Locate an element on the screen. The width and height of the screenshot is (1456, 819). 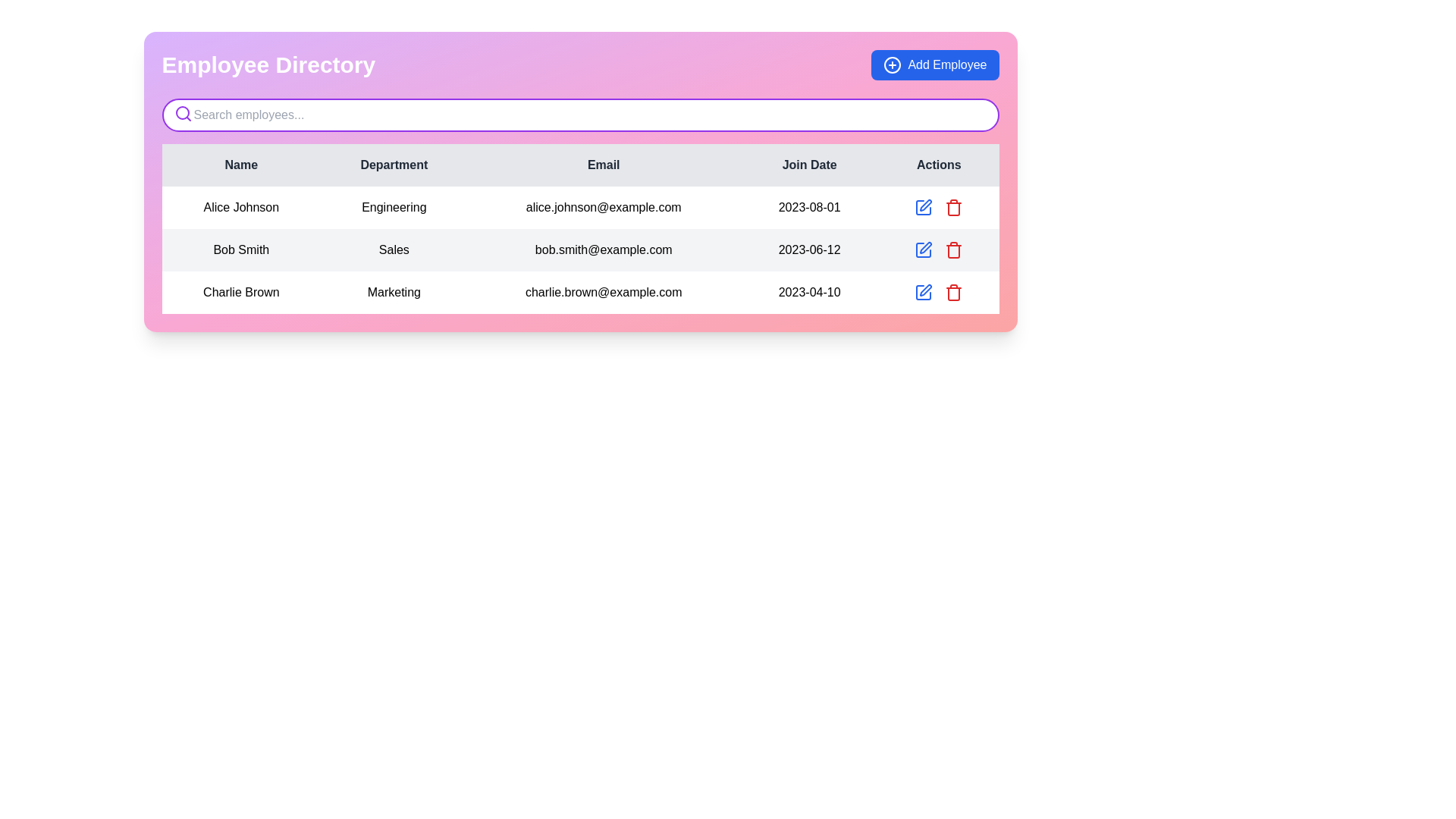
the email address 'alice.johnson@example.com' displayed in black text within the 'Email' column of the first row, located right of the 'Engineering' cell and left of the '2023-08-01' cell is located at coordinates (603, 207).